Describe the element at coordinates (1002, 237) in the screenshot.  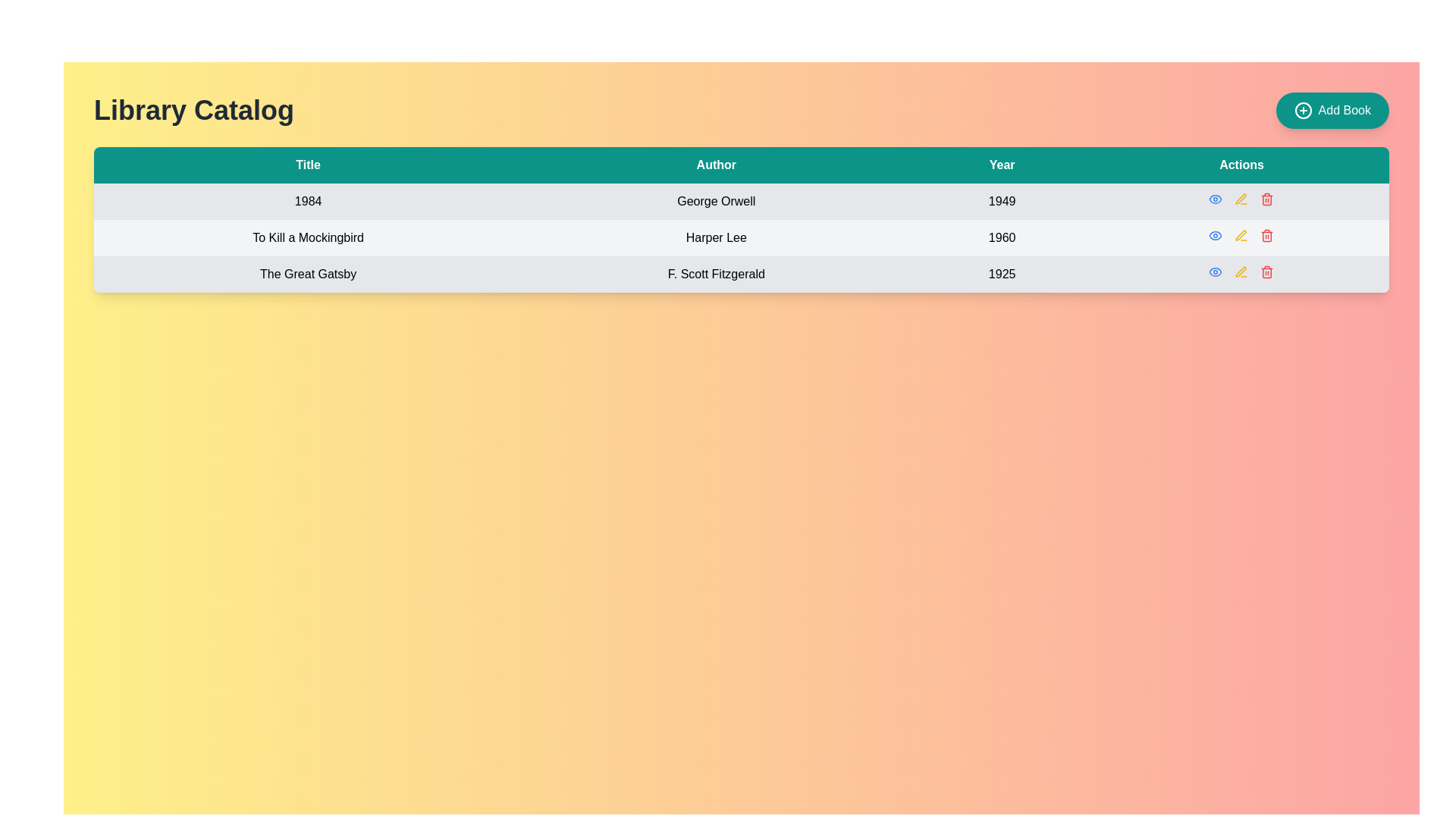
I see `static text label displaying the publication year of the book 'To Kill a Mockingbird', located in the 'Year' column of the second row` at that location.